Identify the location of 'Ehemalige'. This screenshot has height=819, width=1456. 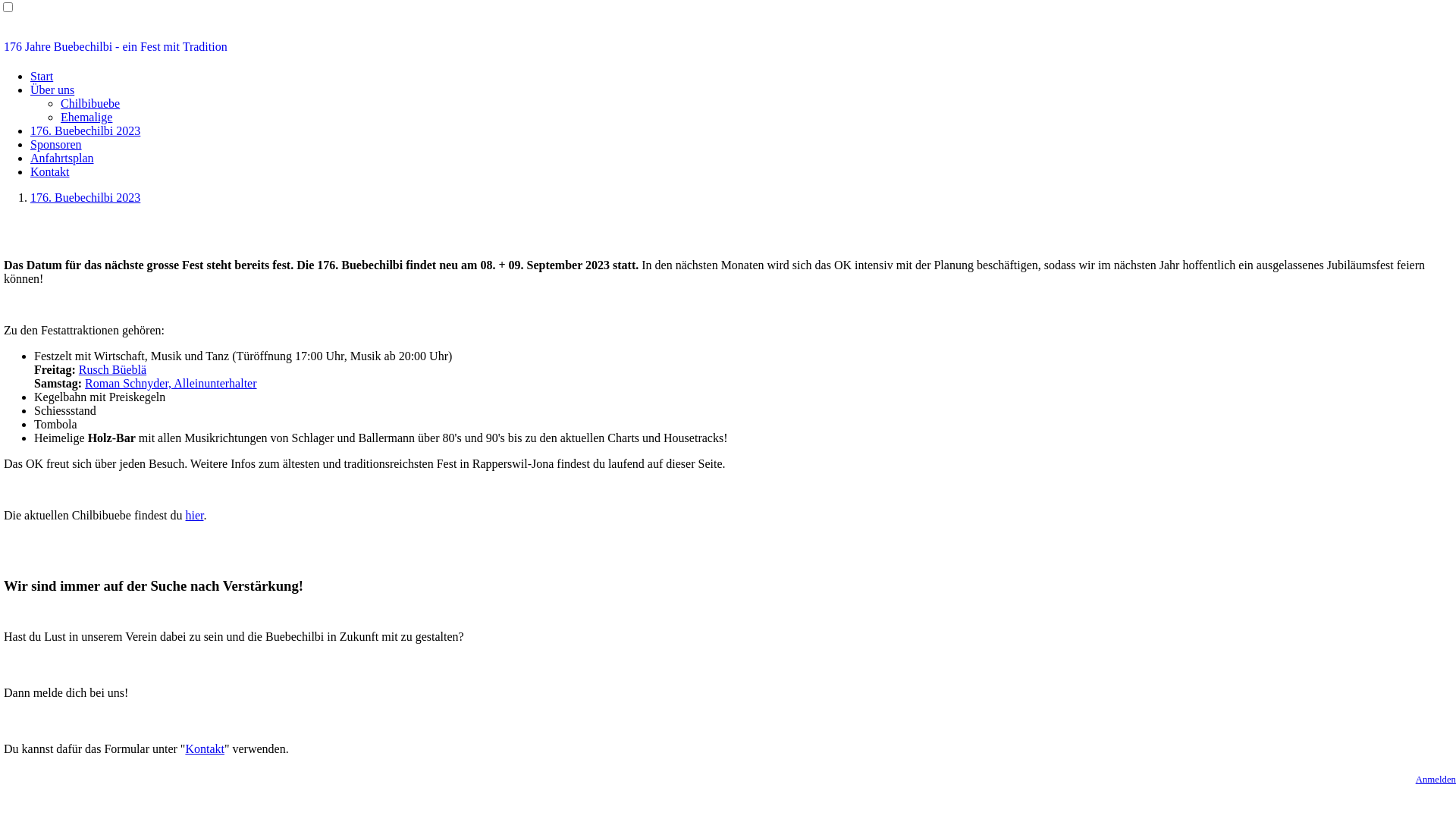
(86, 116).